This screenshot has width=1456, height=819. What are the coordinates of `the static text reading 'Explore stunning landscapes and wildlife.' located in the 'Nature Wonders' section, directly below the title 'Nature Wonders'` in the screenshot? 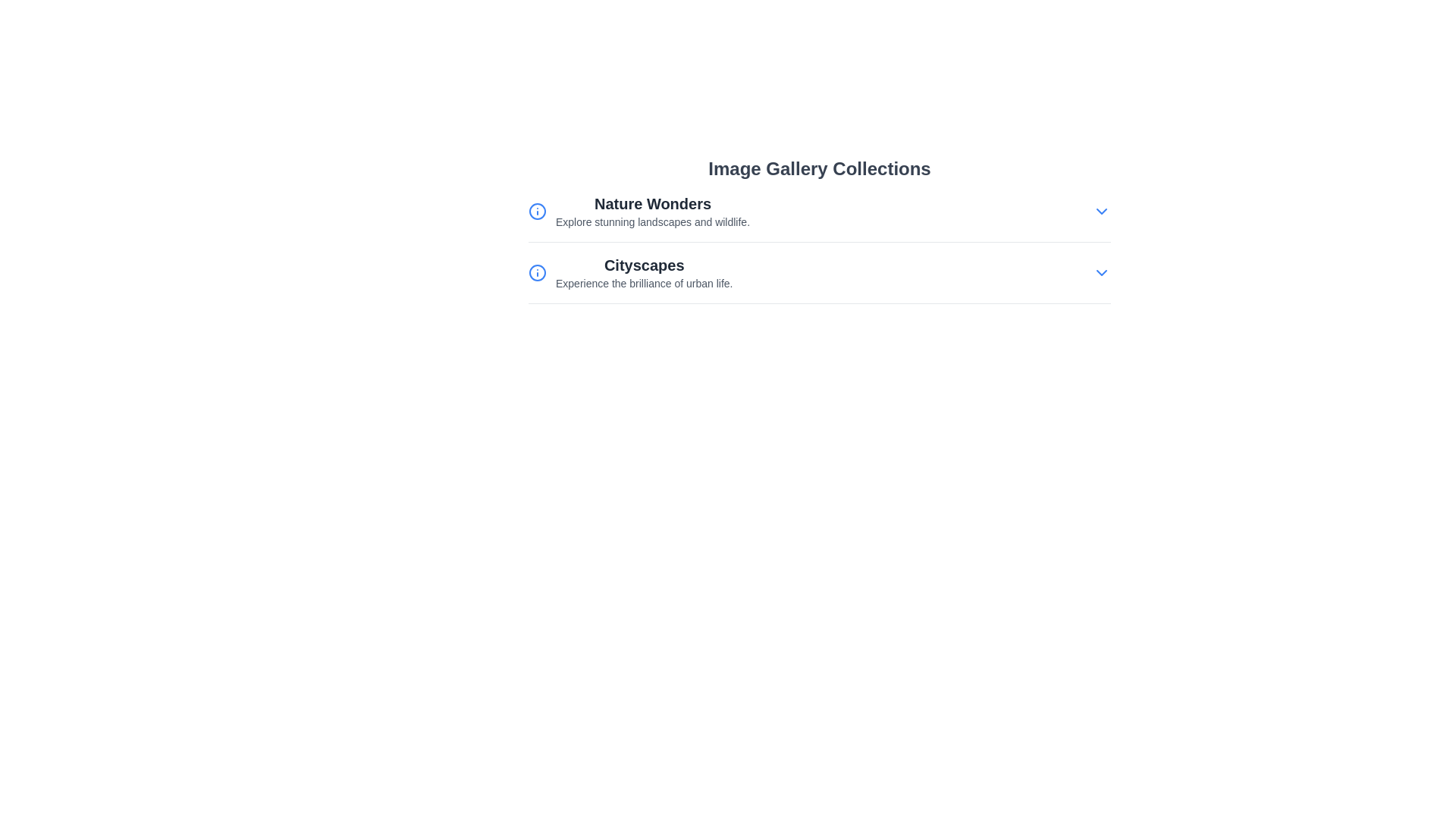 It's located at (652, 222).